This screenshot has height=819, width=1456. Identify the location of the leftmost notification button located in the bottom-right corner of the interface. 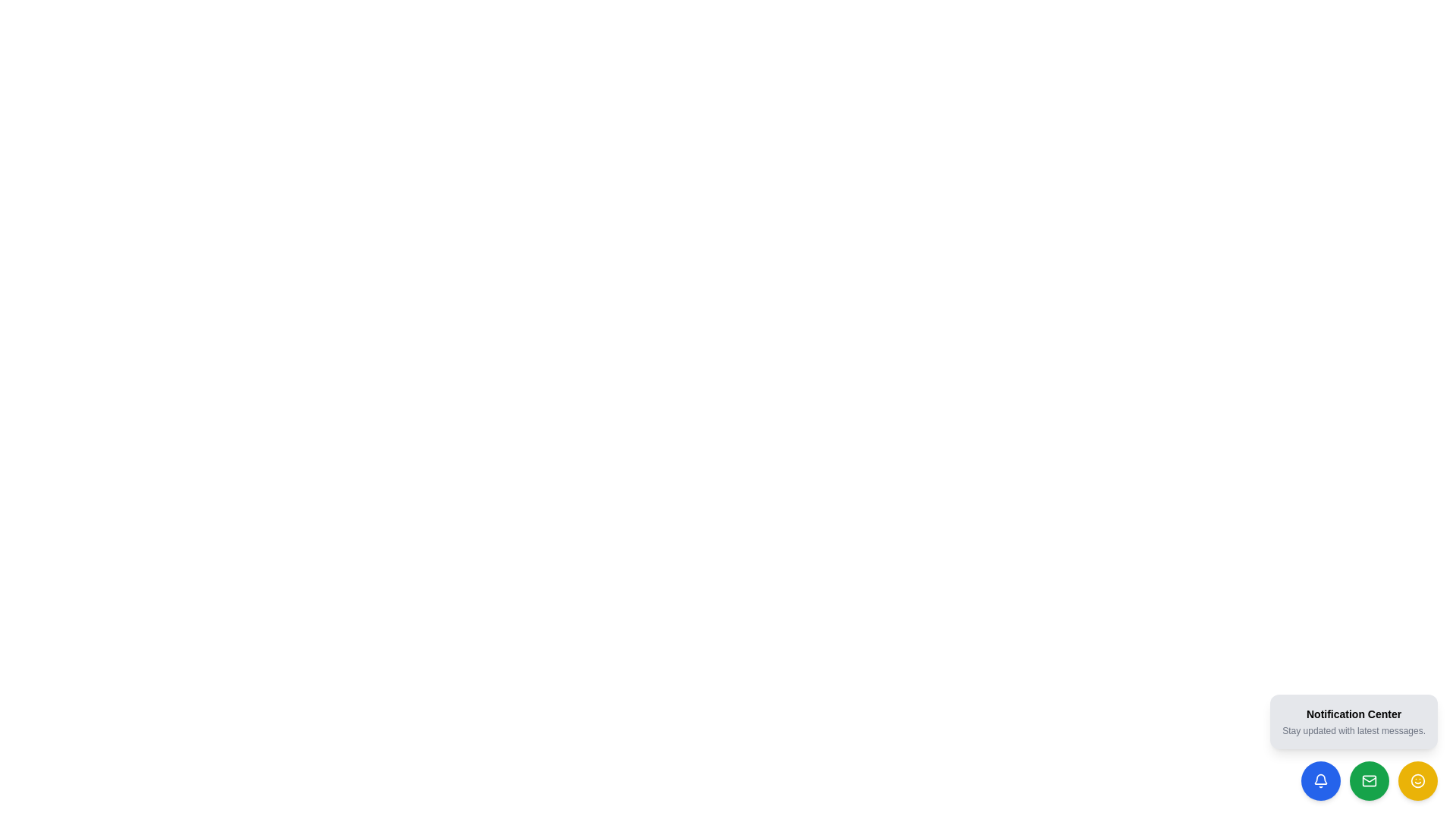
(1320, 780).